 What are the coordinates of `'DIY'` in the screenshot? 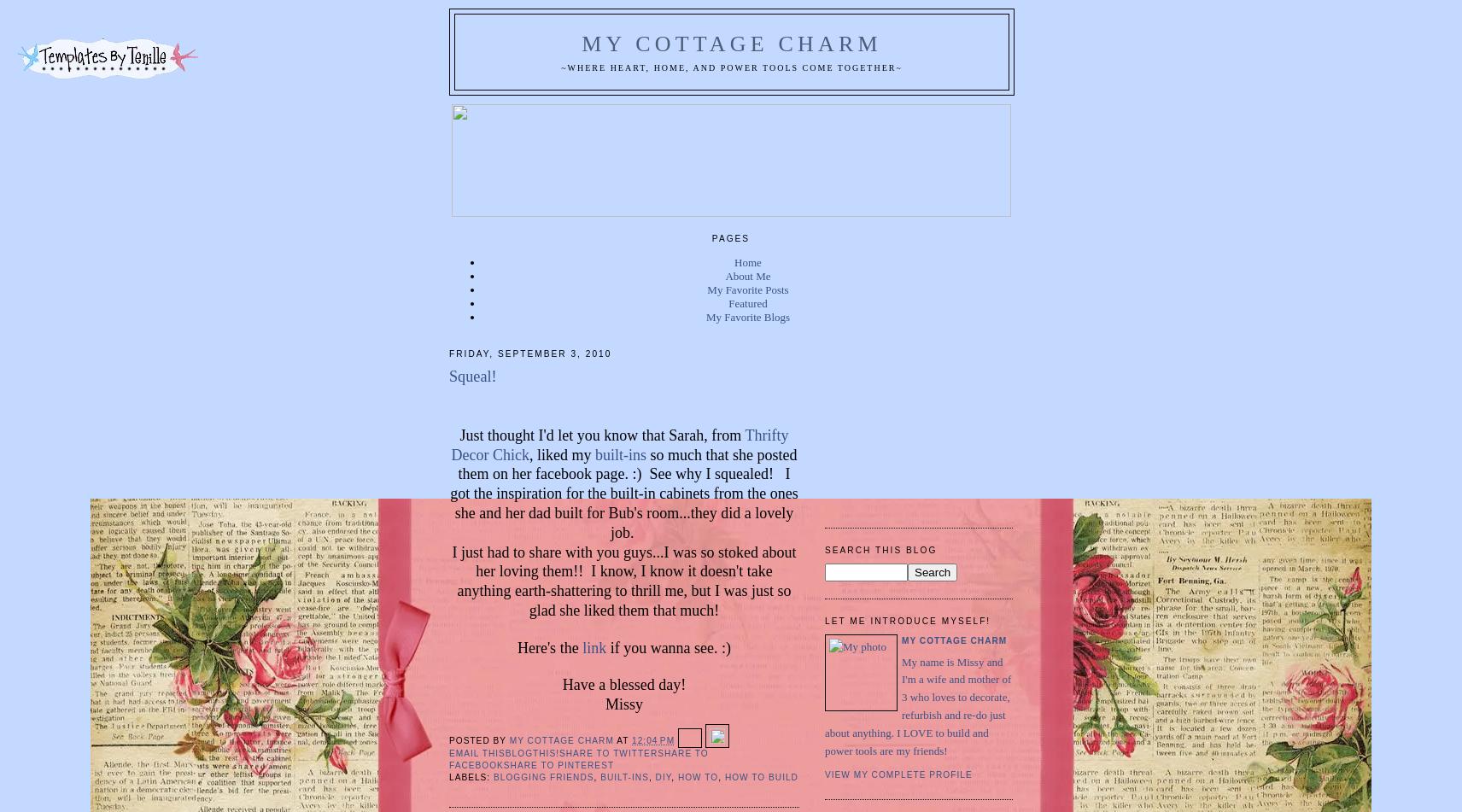 It's located at (663, 775).